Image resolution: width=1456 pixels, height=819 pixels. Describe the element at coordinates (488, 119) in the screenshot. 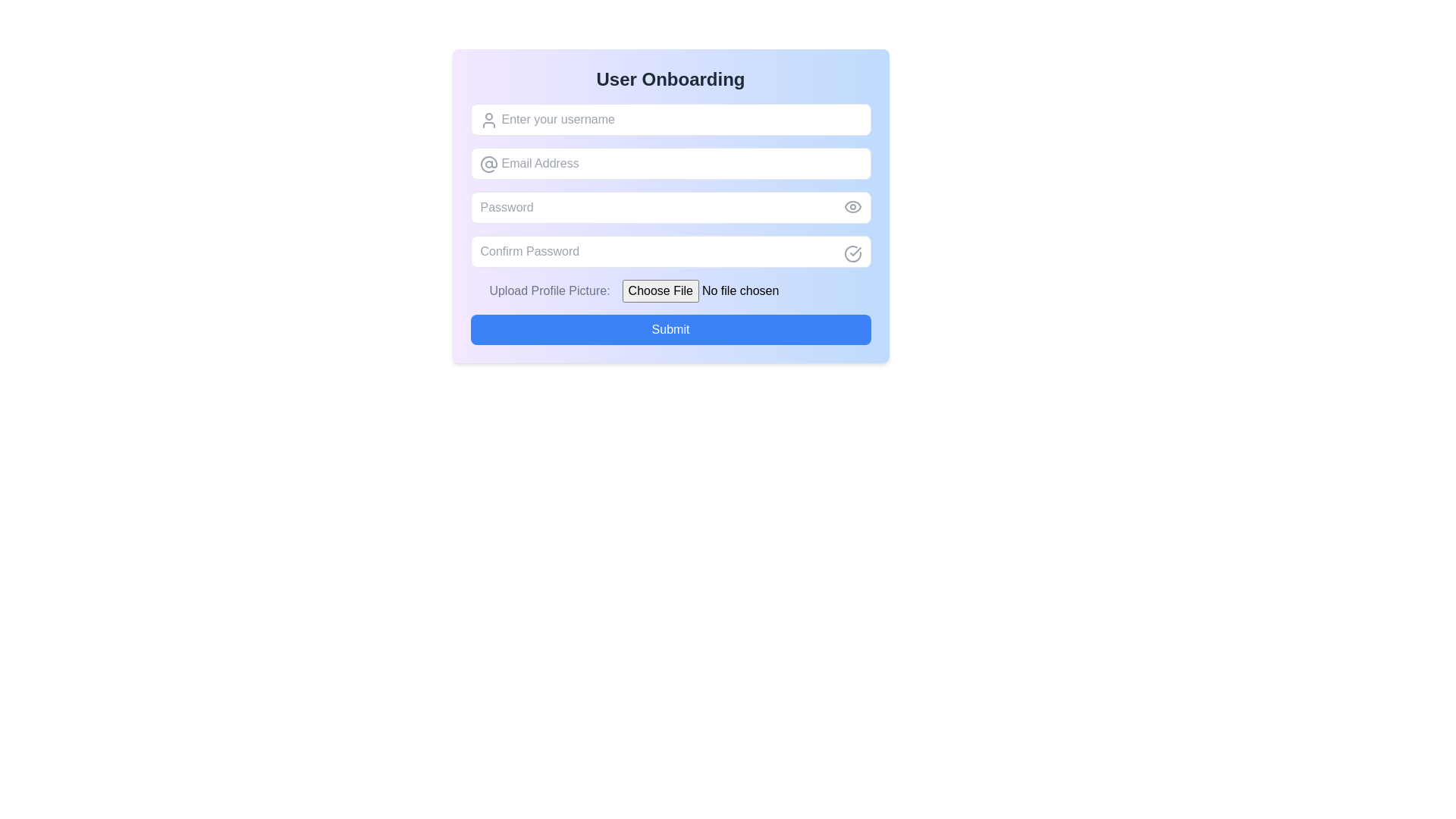

I see `the user profile icon that is located inside the first input field of the user onboarding form, which serves as a visual indicator for entering a username` at that location.